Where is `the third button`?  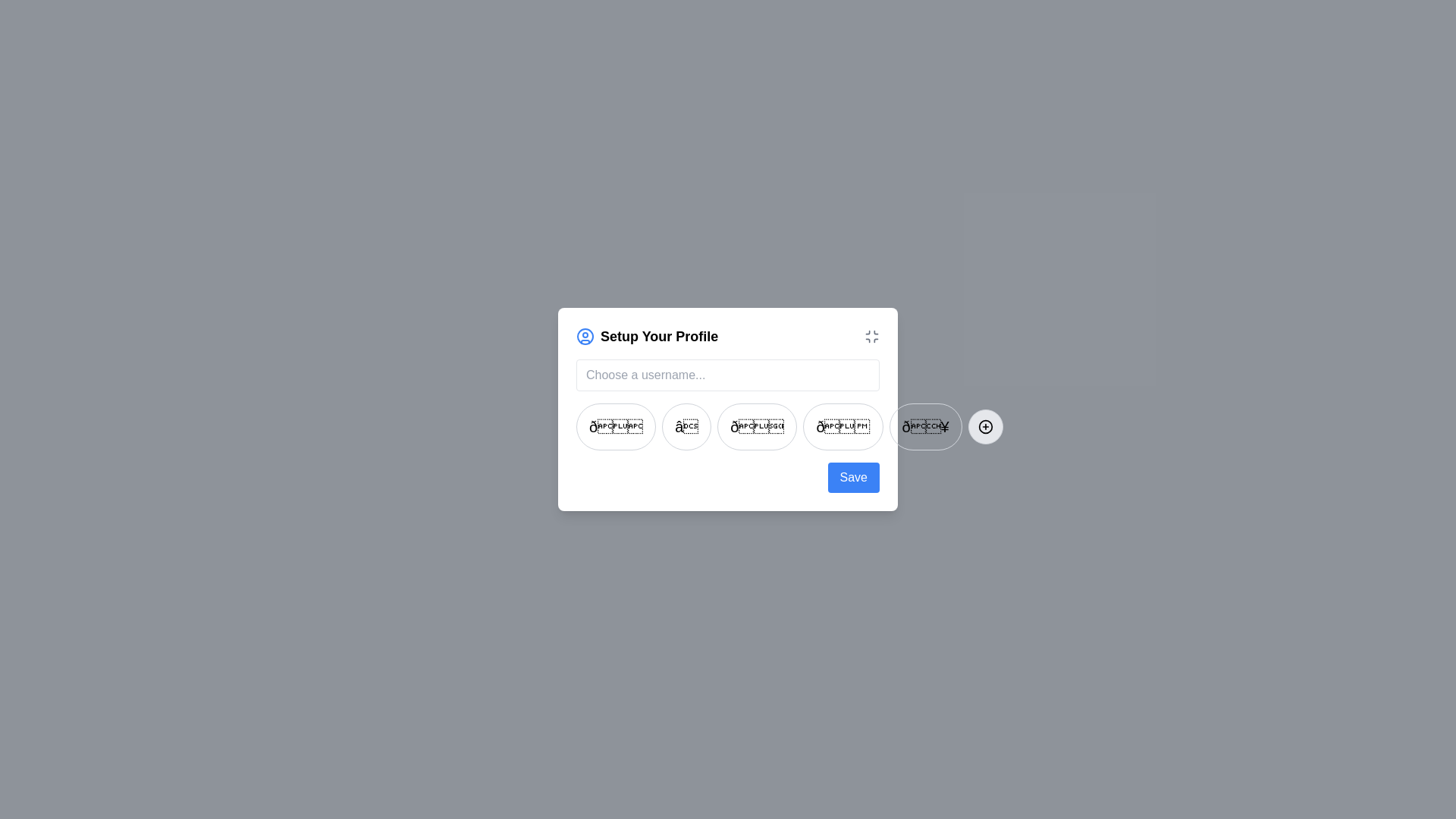
the third button is located at coordinates (728, 427).